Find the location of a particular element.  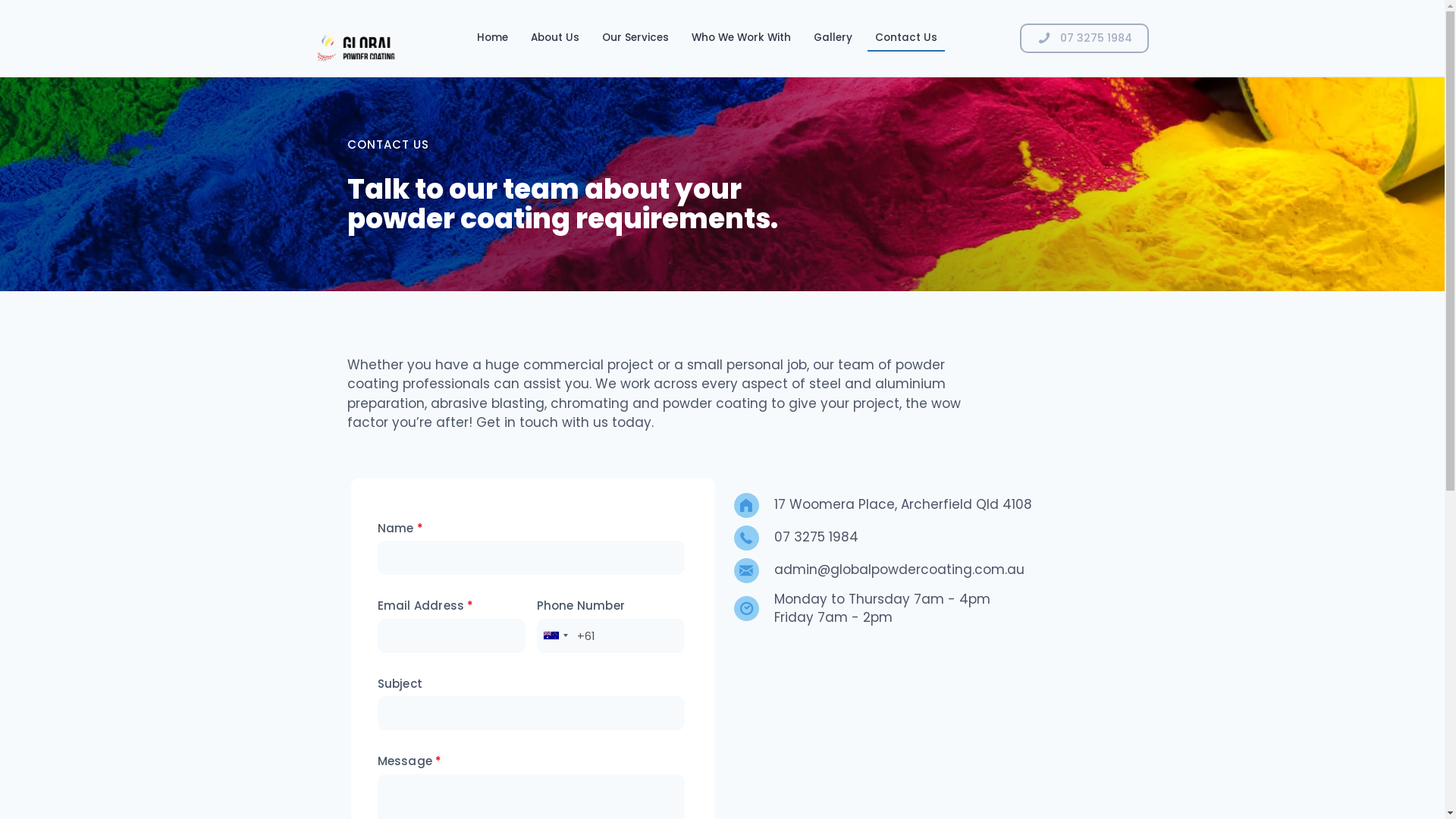

'GPC-Logo Animated' is located at coordinates (344, 37).